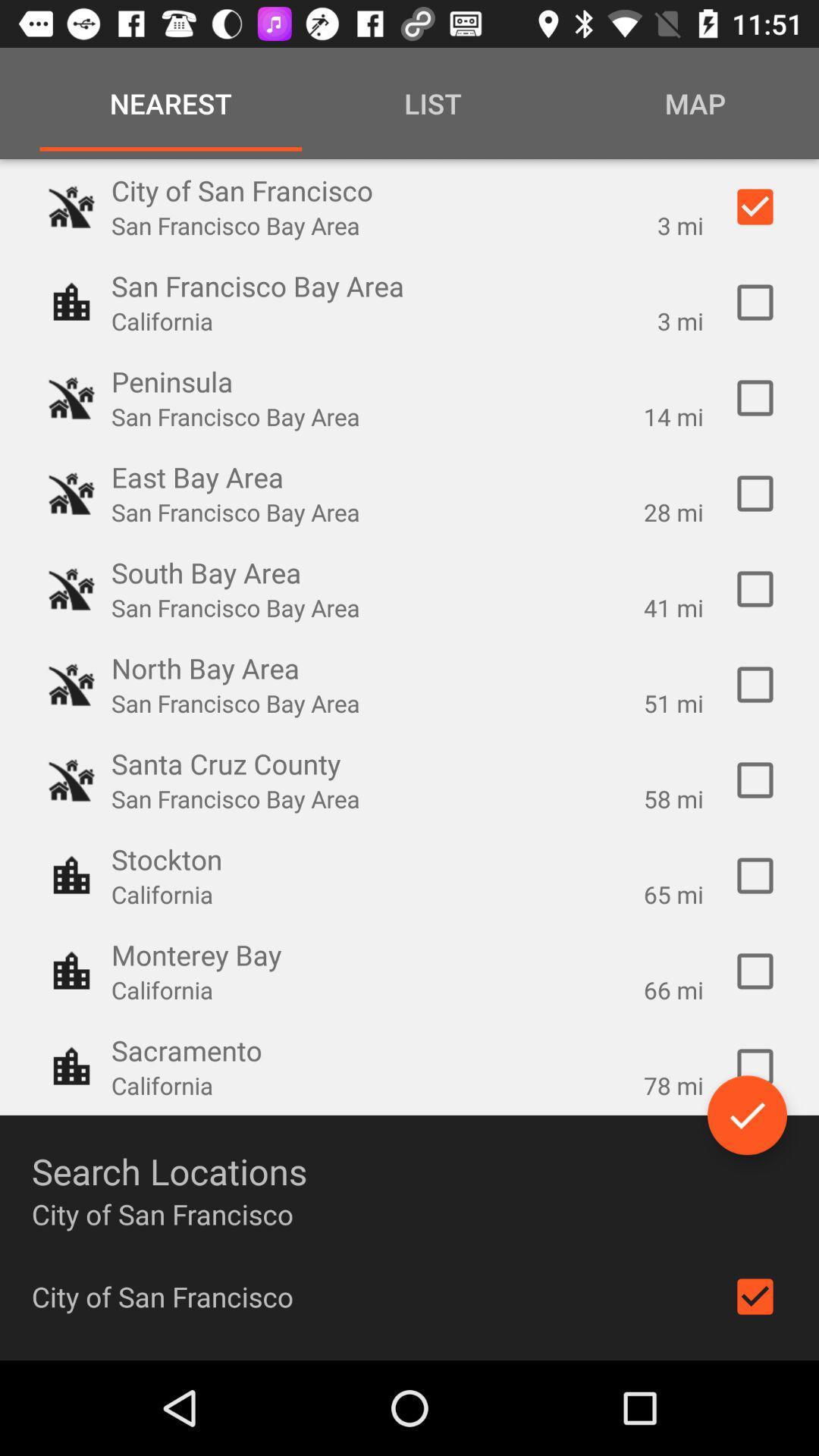 The width and height of the screenshot is (819, 1456). Describe the element at coordinates (432, 103) in the screenshot. I see `the list button` at that location.